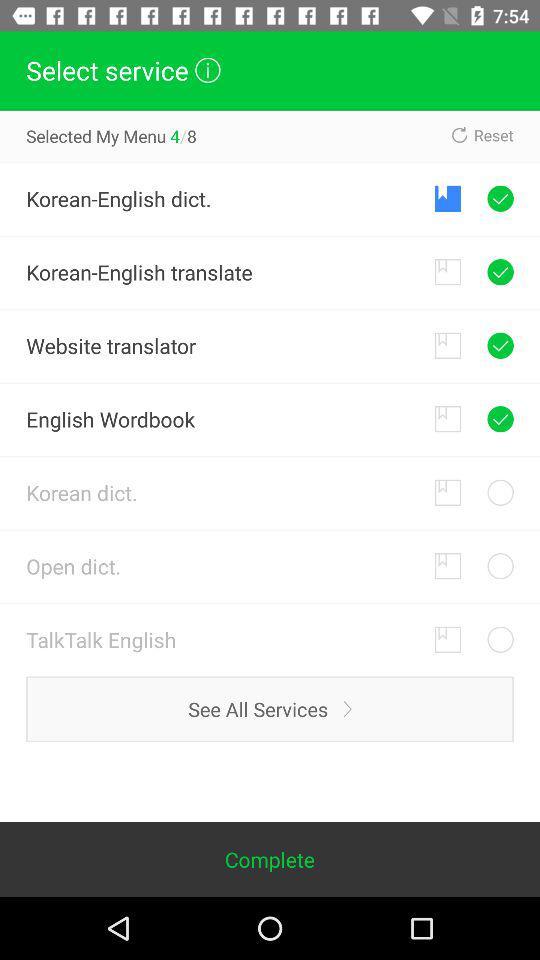 This screenshot has height=960, width=540. I want to click on the info icon, so click(206, 70).